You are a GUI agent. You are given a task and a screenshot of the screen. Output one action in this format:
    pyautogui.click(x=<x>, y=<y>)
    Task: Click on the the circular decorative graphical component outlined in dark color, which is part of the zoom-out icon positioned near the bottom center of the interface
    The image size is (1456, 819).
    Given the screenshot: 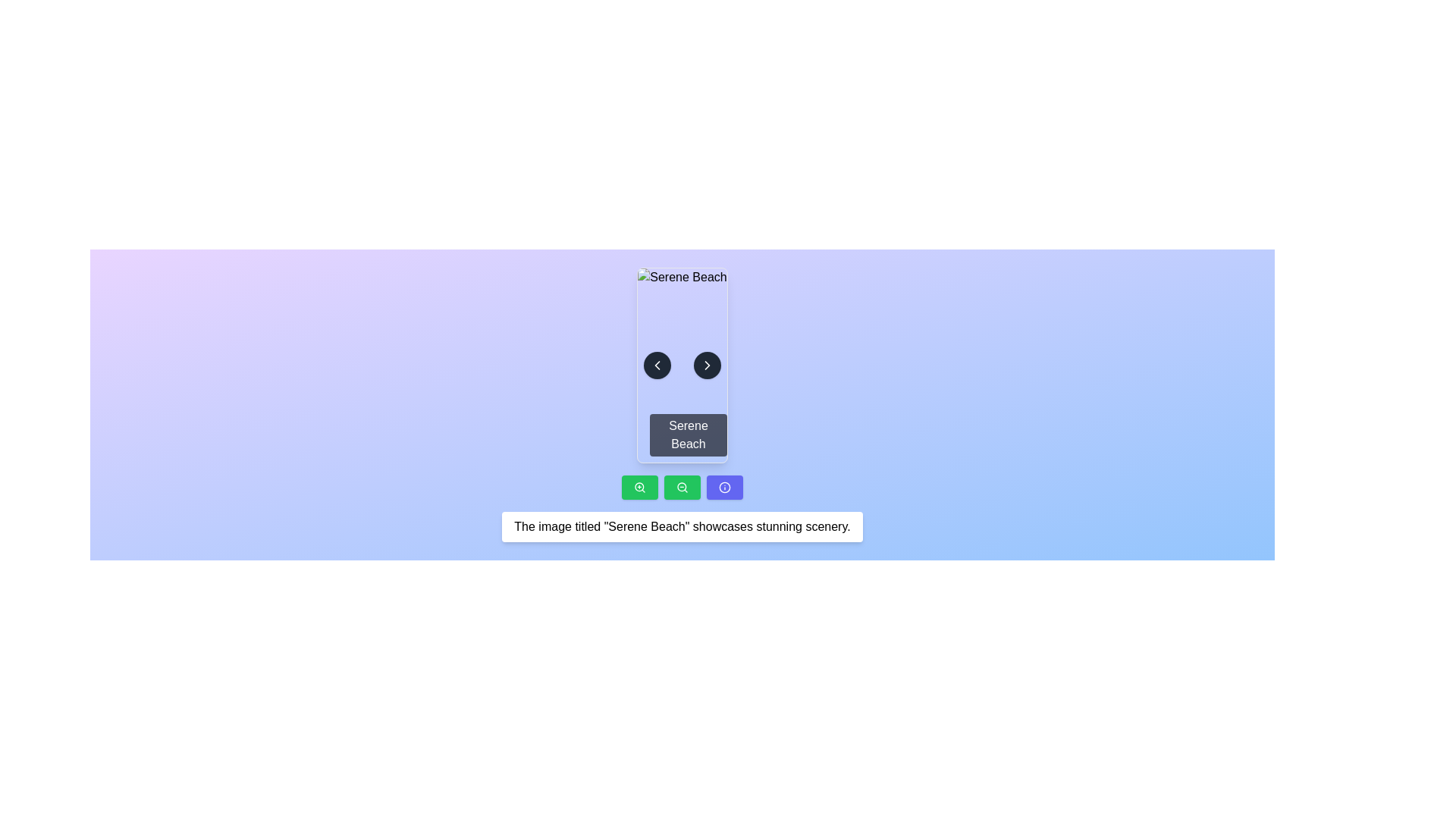 What is the action you would take?
    pyautogui.click(x=681, y=487)
    